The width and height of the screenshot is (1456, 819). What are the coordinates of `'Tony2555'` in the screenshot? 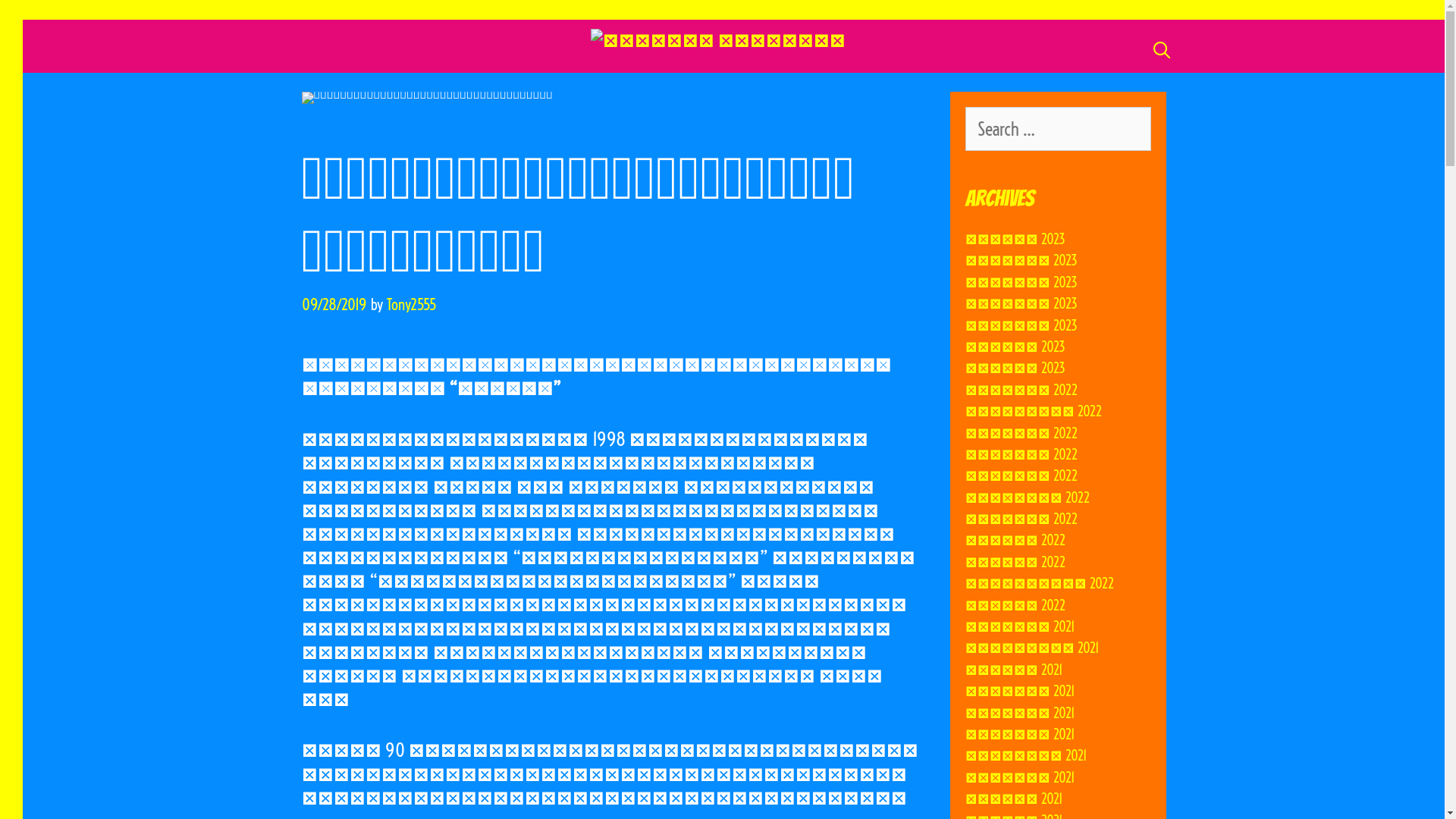 It's located at (411, 304).